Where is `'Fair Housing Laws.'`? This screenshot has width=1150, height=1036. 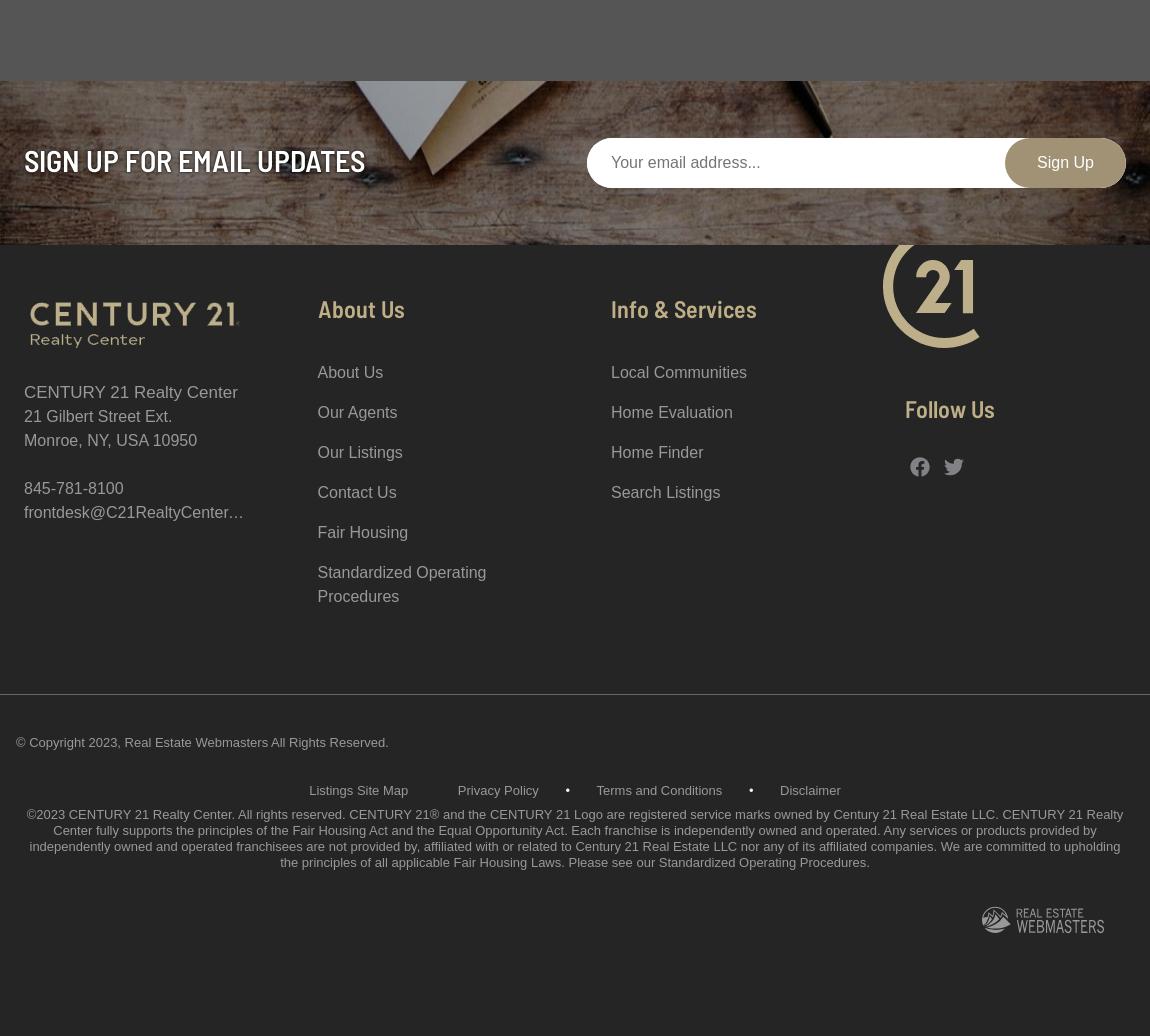
'Fair Housing Laws.' is located at coordinates (508, 862).